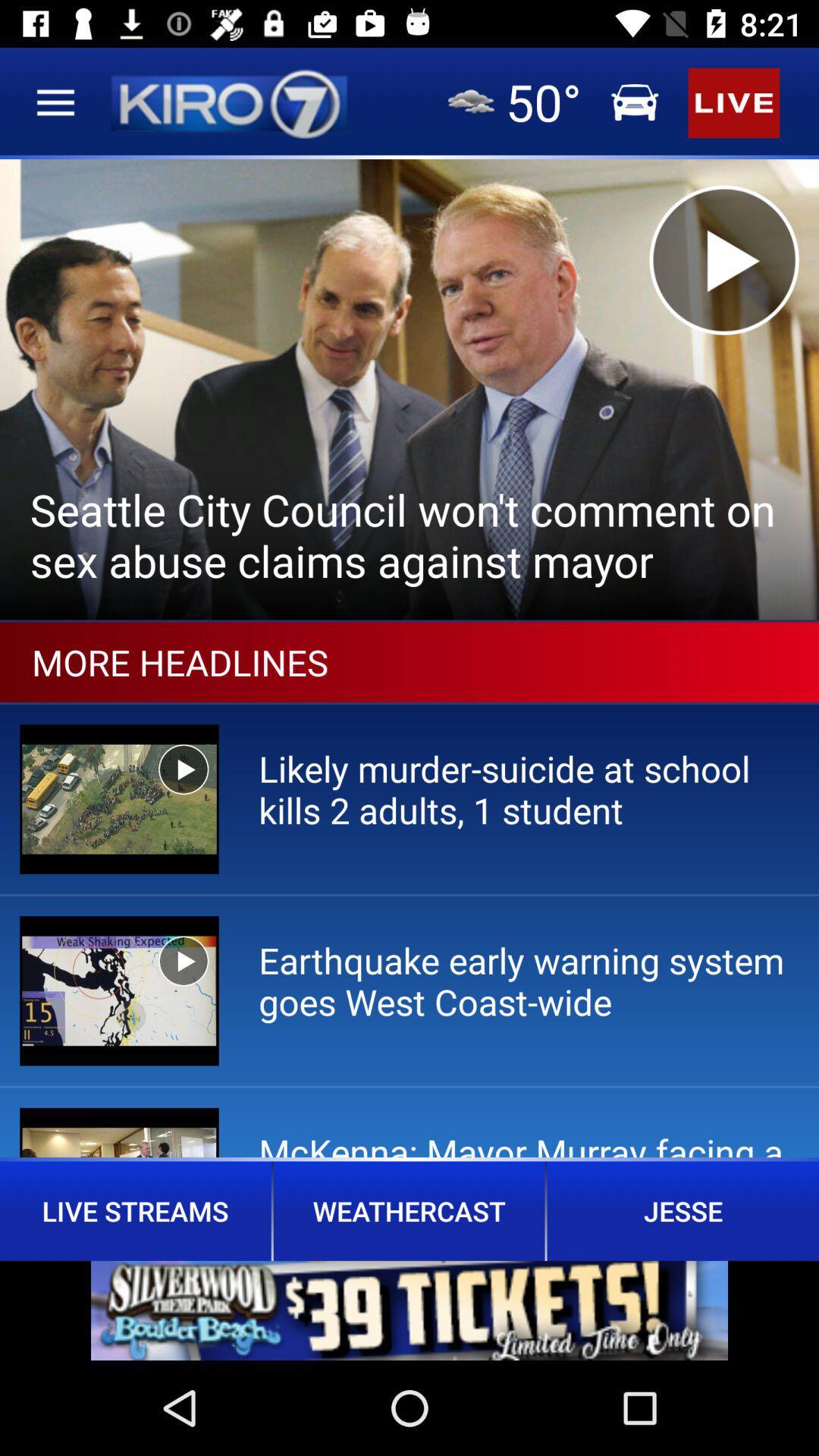 The image size is (819, 1456). I want to click on the third image below the more headlines, so click(118, 1132).